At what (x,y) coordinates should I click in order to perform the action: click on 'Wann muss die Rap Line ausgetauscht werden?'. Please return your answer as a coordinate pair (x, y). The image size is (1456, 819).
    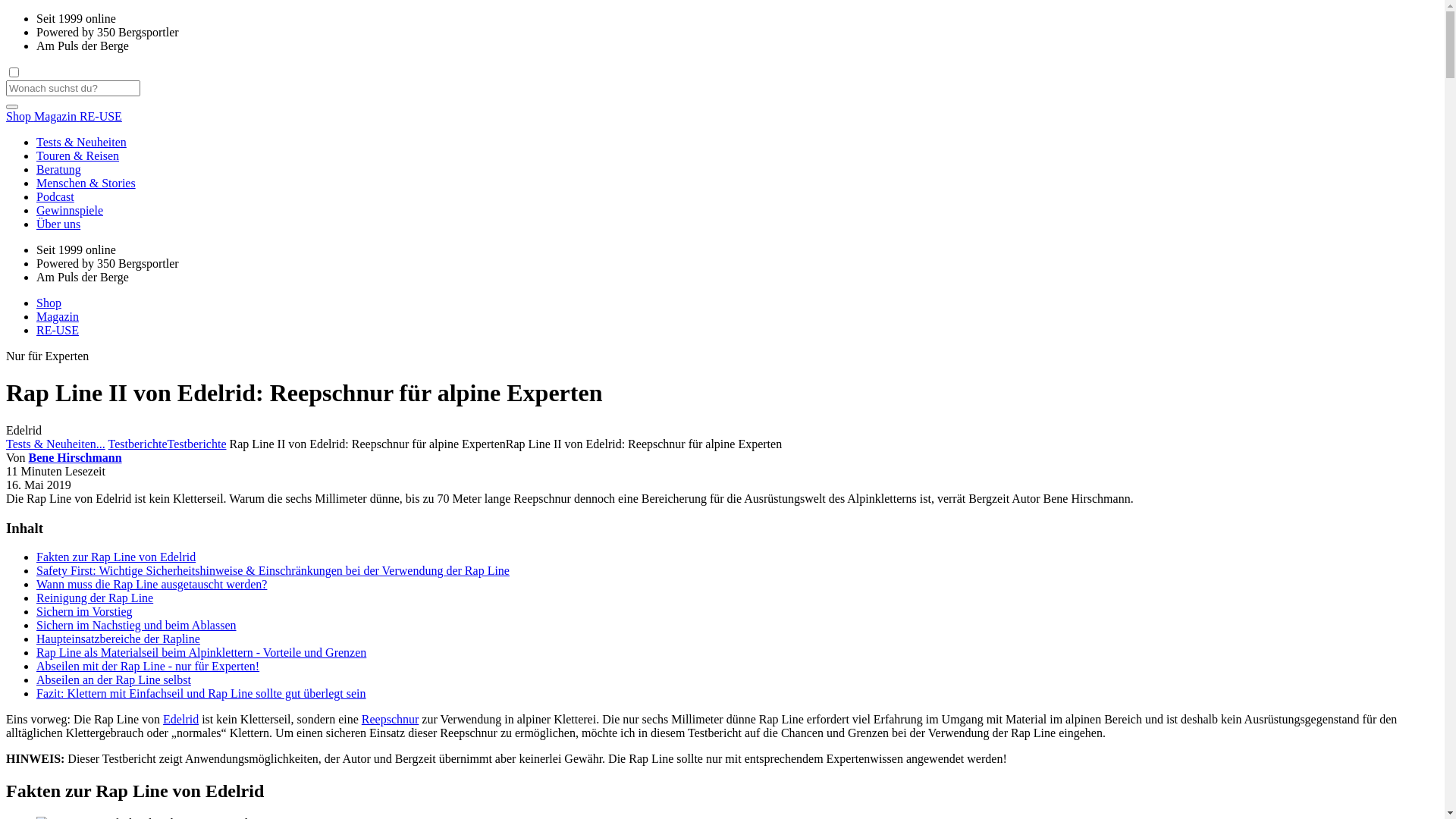
    Looking at the image, I should click on (152, 583).